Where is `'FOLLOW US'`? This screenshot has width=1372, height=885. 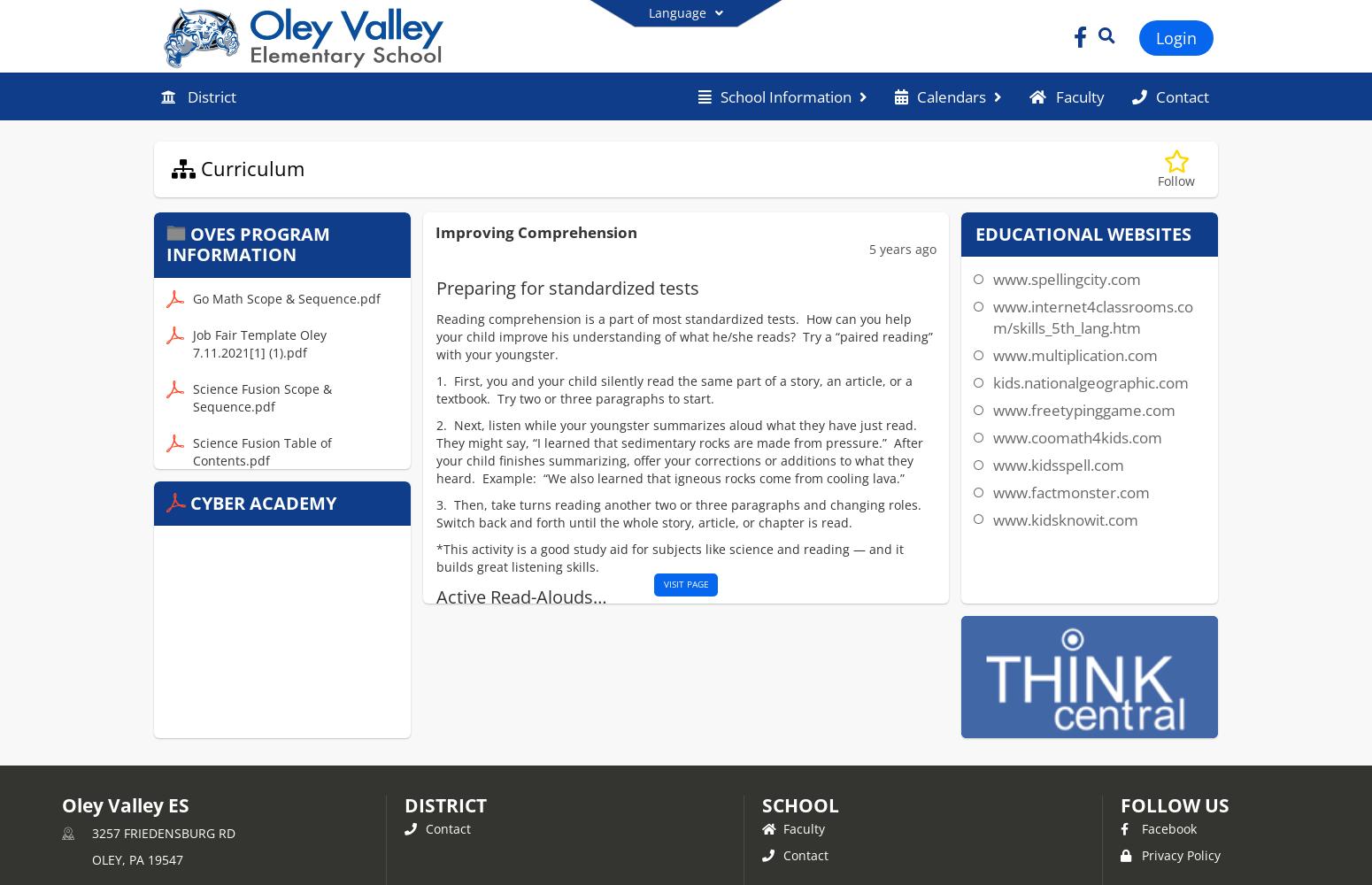
'FOLLOW US' is located at coordinates (1118, 805).